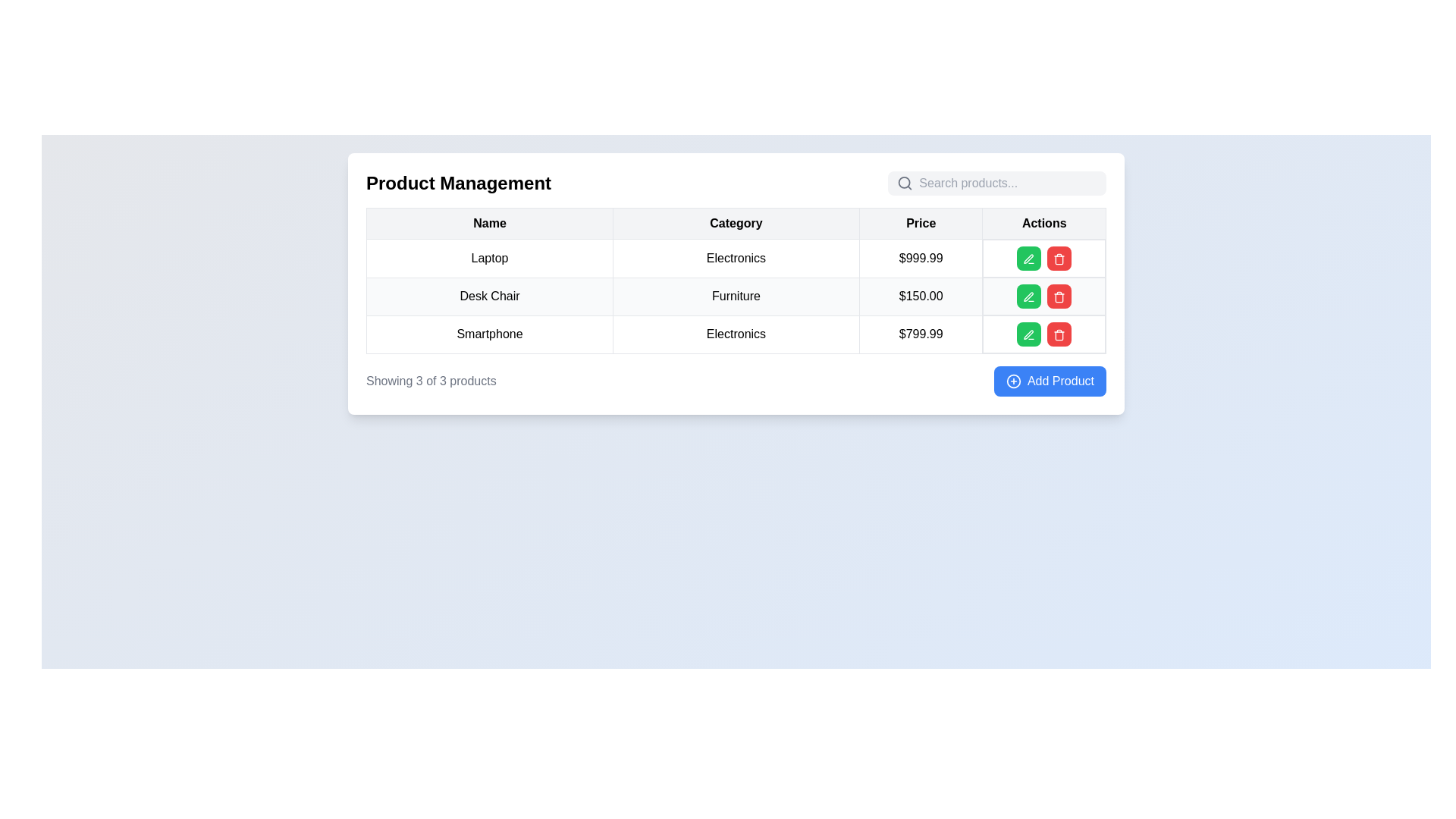 This screenshot has width=1456, height=819. I want to click on the red delete button icon located in the 'Actions' column of the third row of the table to initiate a delete action, so click(1059, 258).